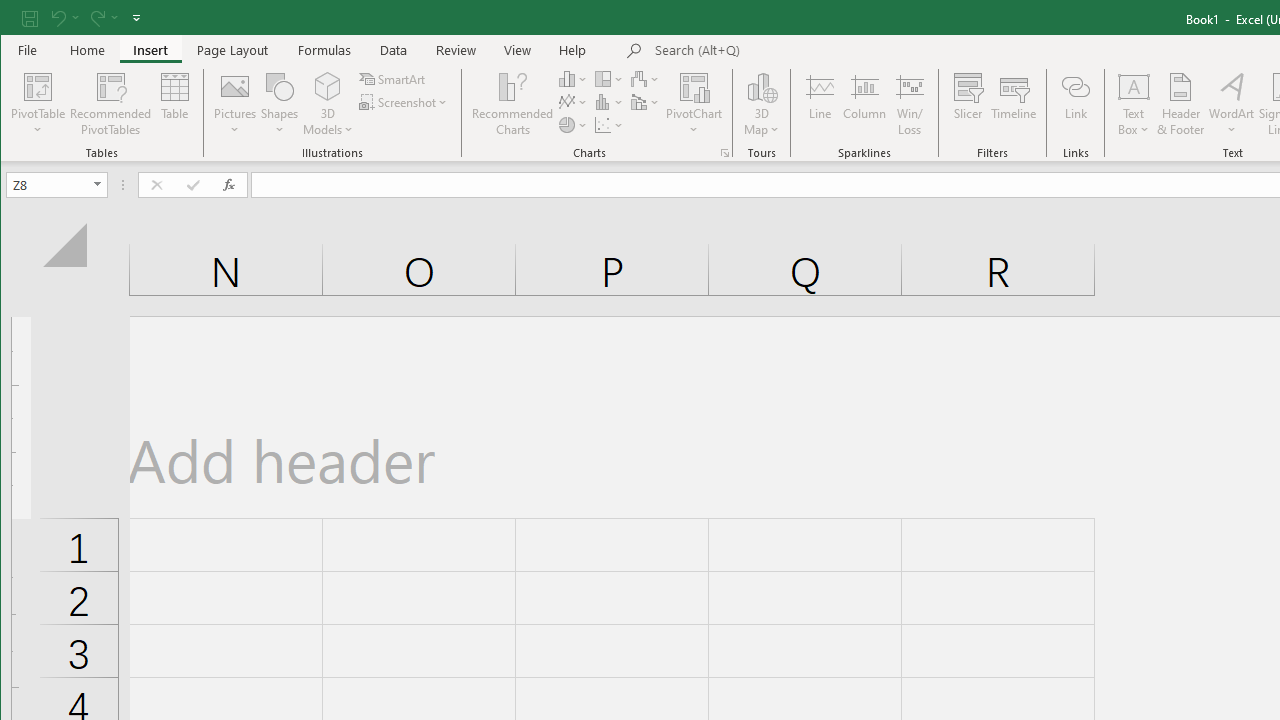 The height and width of the screenshot is (720, 1280). I want to click on '3D Map', so click(761, 104).